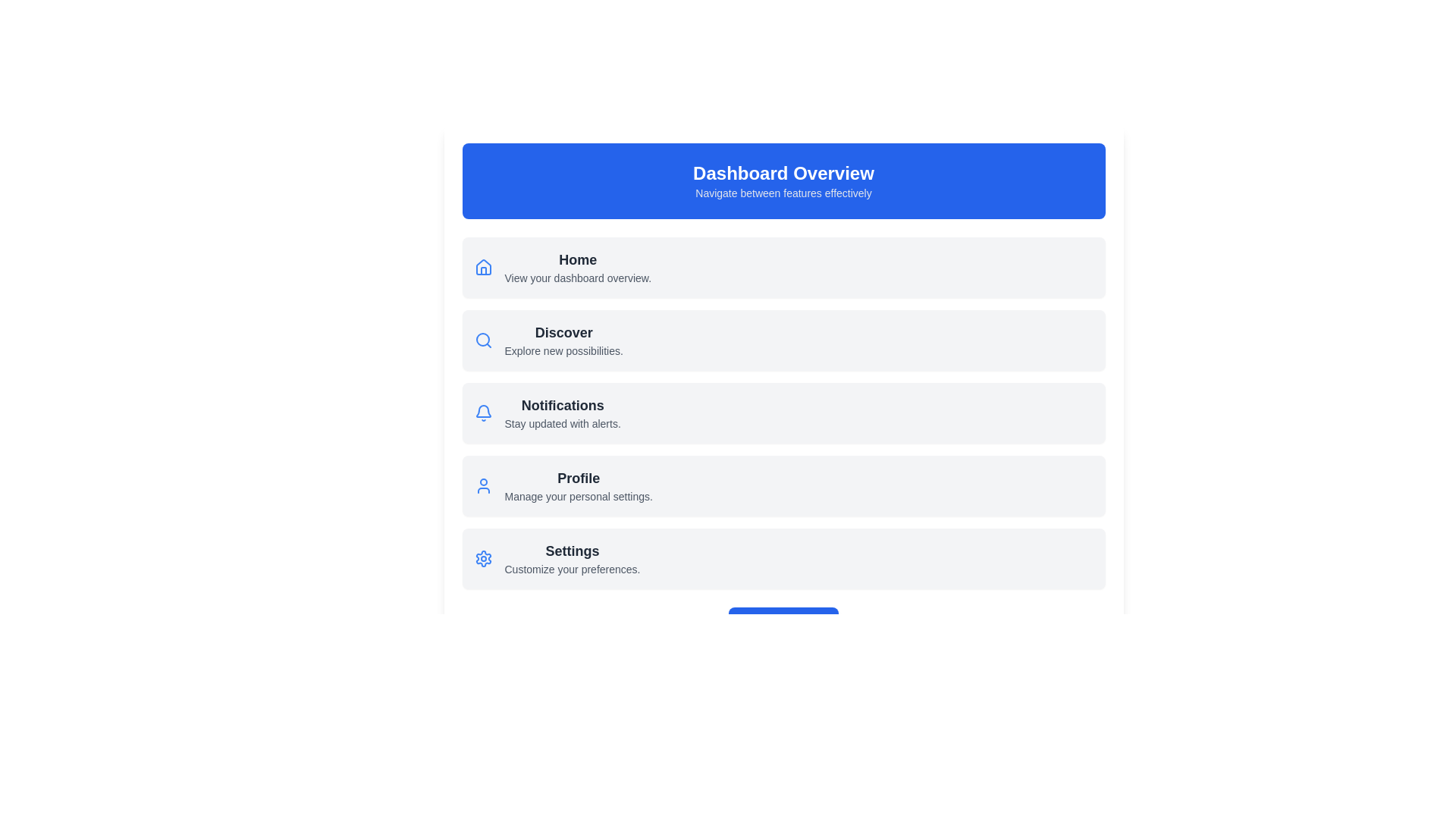  I want to click on the text block labeled 'Profile' that contains the subtitle 'Manage your personal settings.', so click(578, 485).